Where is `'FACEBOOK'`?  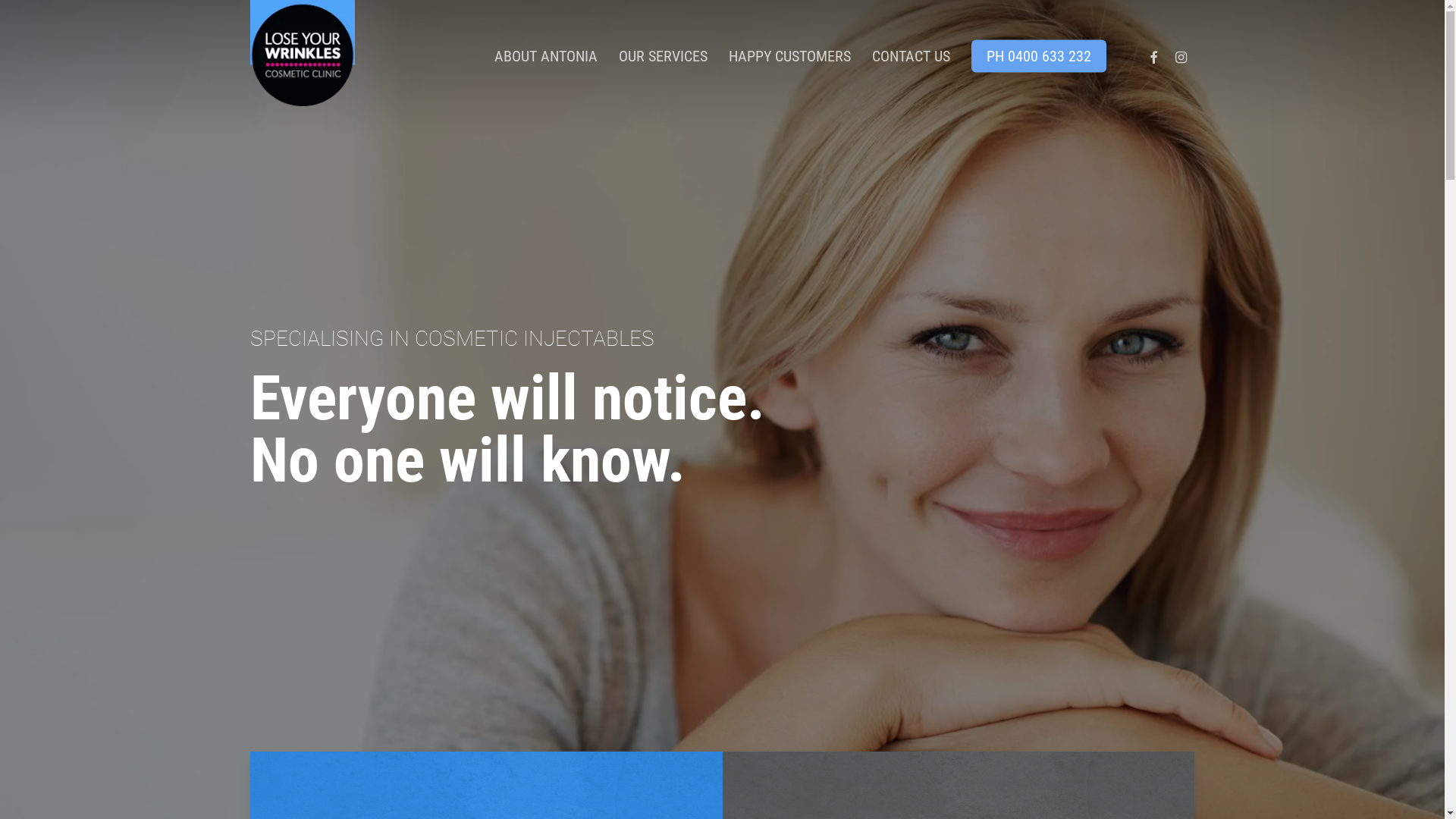
'FACEBOOK' is located at coordinates (1139, 55).